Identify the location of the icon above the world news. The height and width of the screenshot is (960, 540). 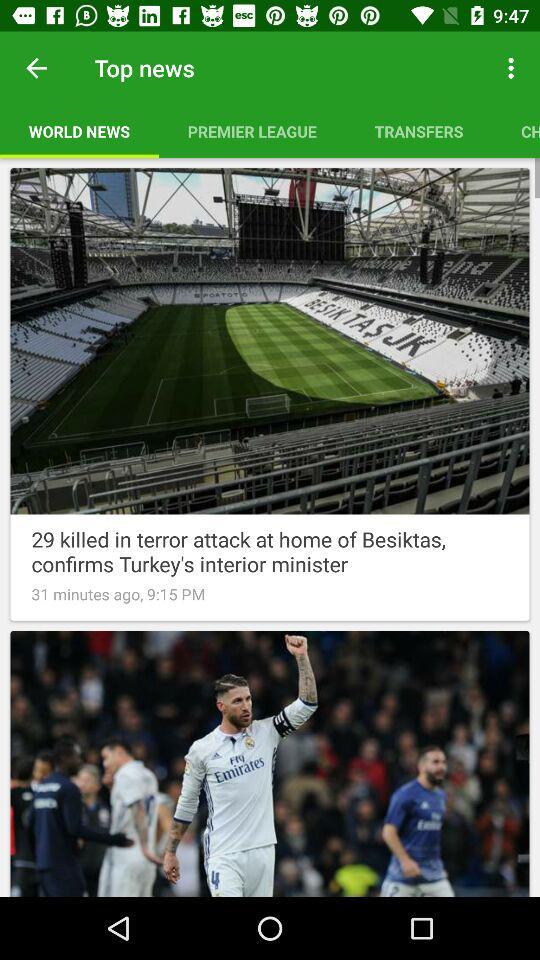
(36, 68).